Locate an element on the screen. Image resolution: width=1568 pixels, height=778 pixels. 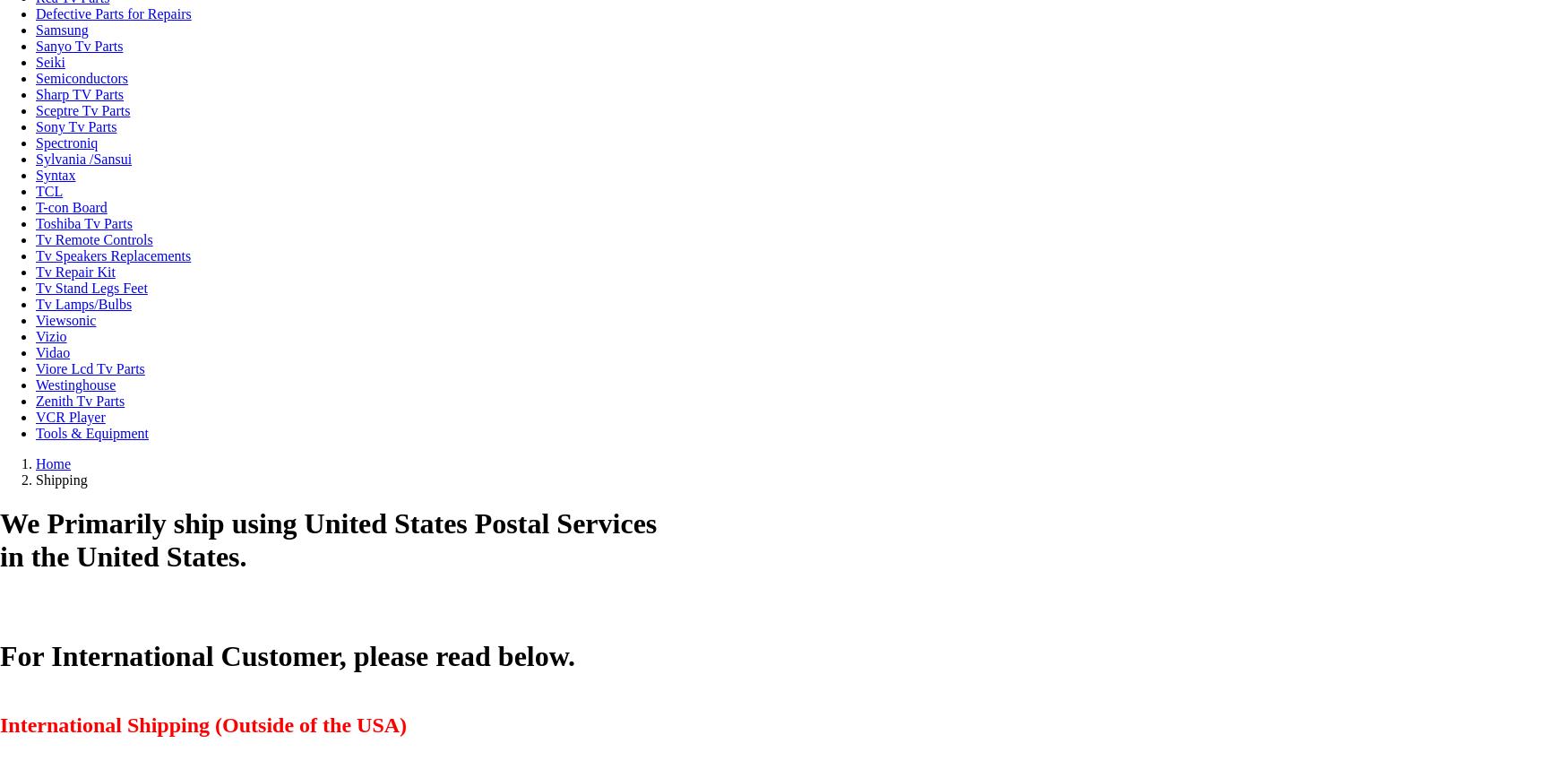
'Viewsonic' is located at coordinates (65, 320).